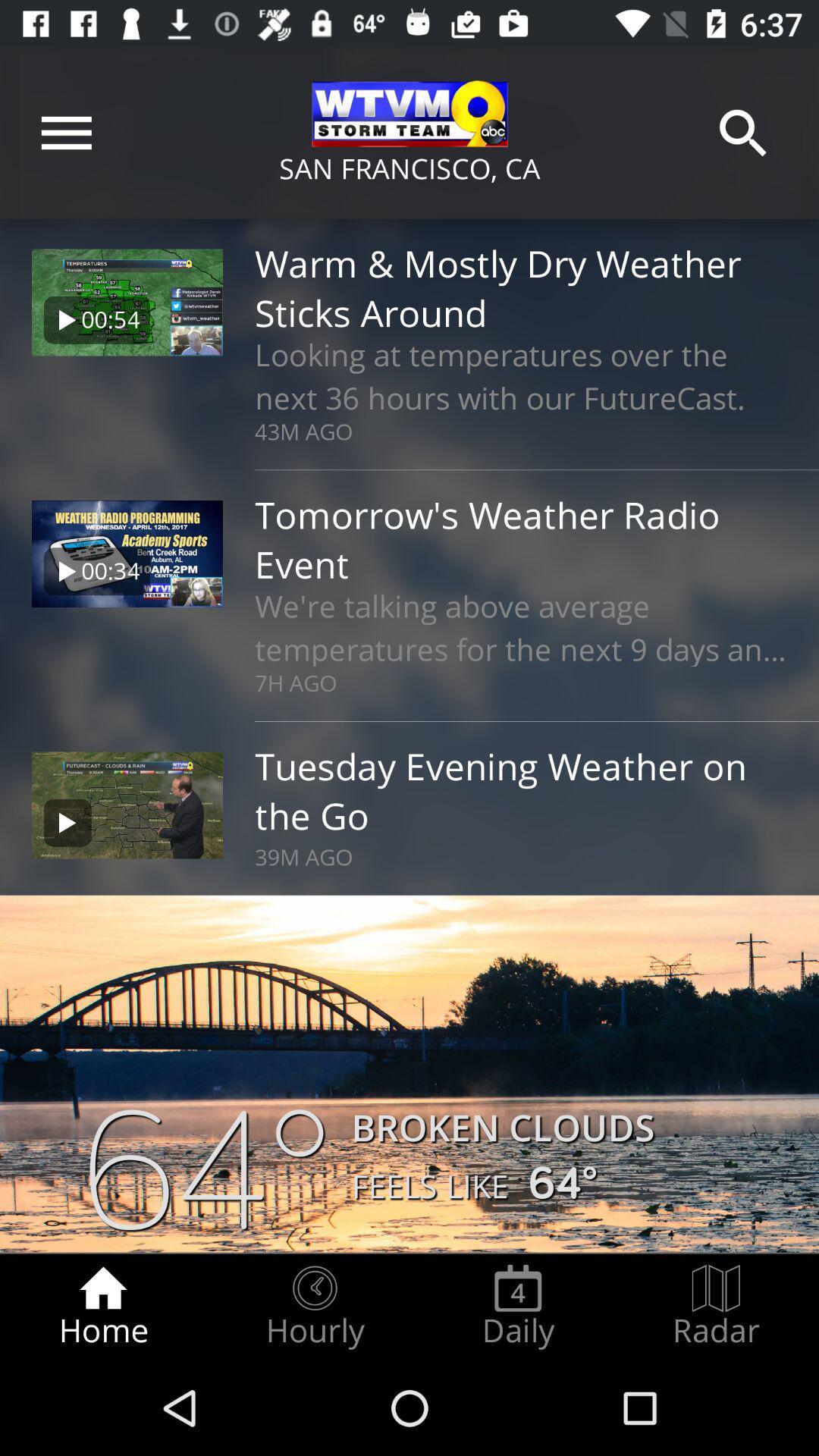  What do you see at coordinates (517, 1306) in the screenshot?
I see `icon next to radar radio button` at bounding box center [517, 1306].